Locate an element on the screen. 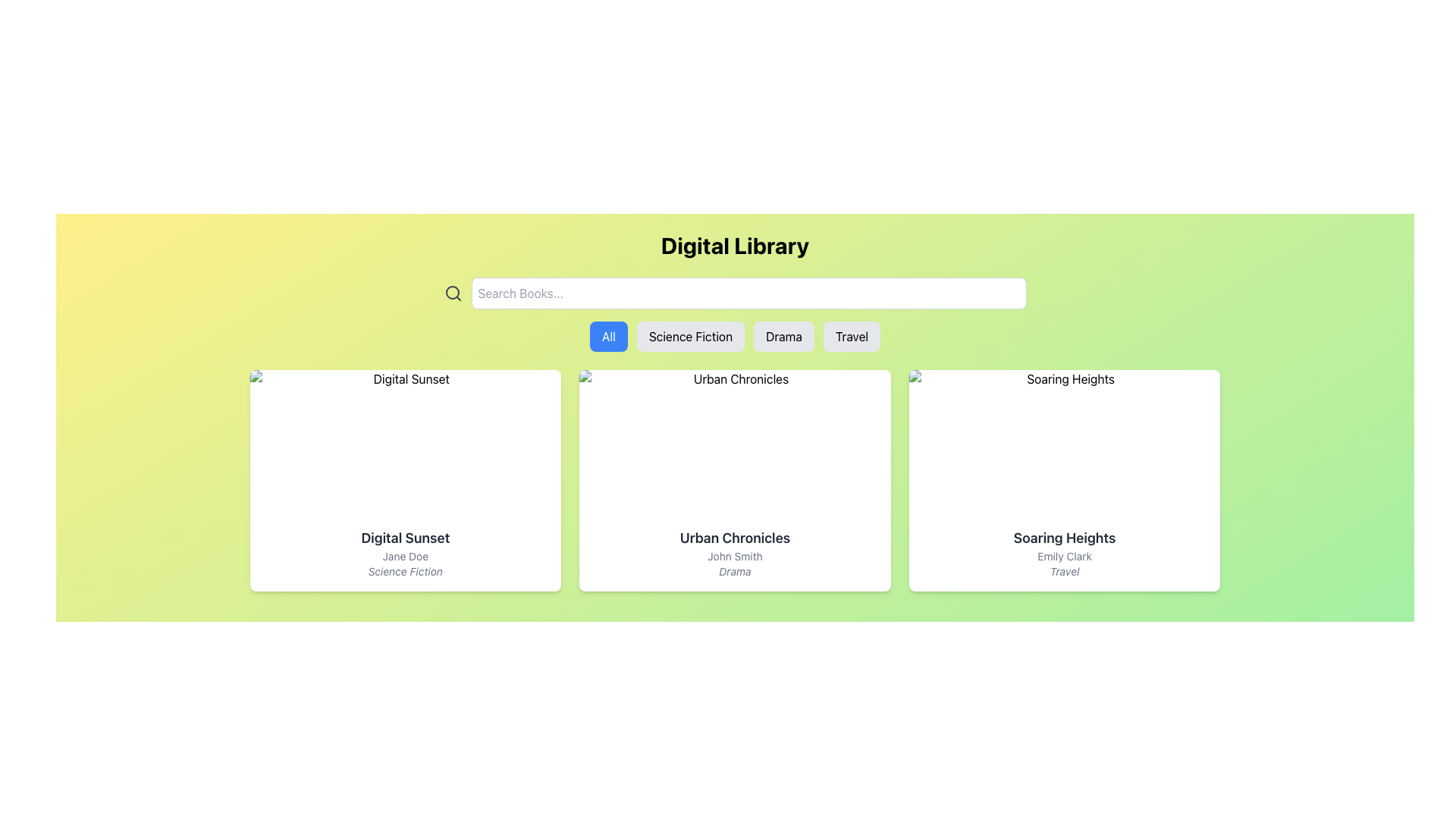 Image resolution: width=1456 pixels, height=819 pixels. the 'Science Fiction' button, which is a light gray rounded button with black text, to filter books by the Science Fiction category is located at coordinates (690, 335).